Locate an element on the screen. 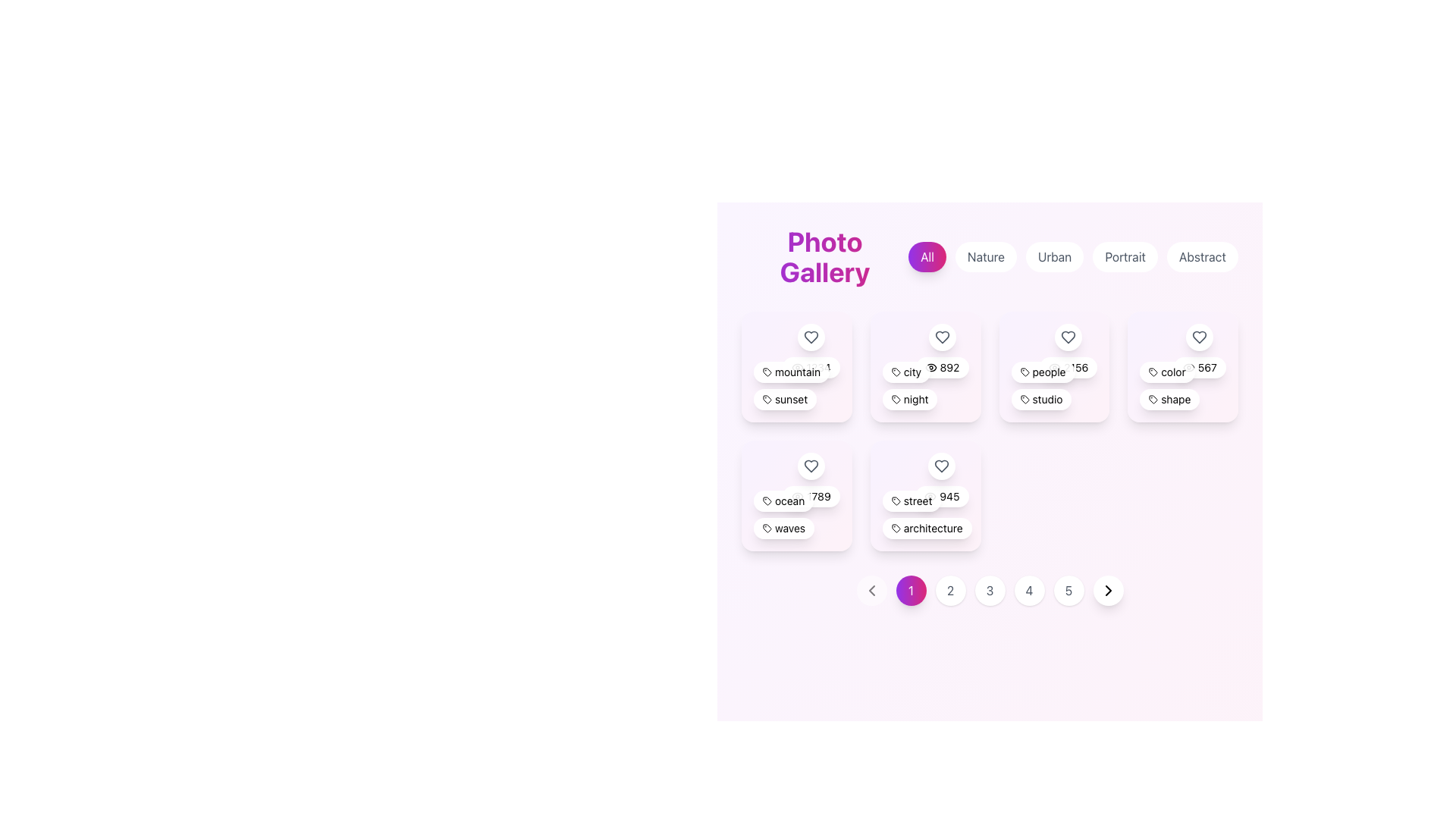  the graphic icon resembling a price tag located in the 'sunset' card at the top-left position within the gallery interface is located at coordinates (767, 398).